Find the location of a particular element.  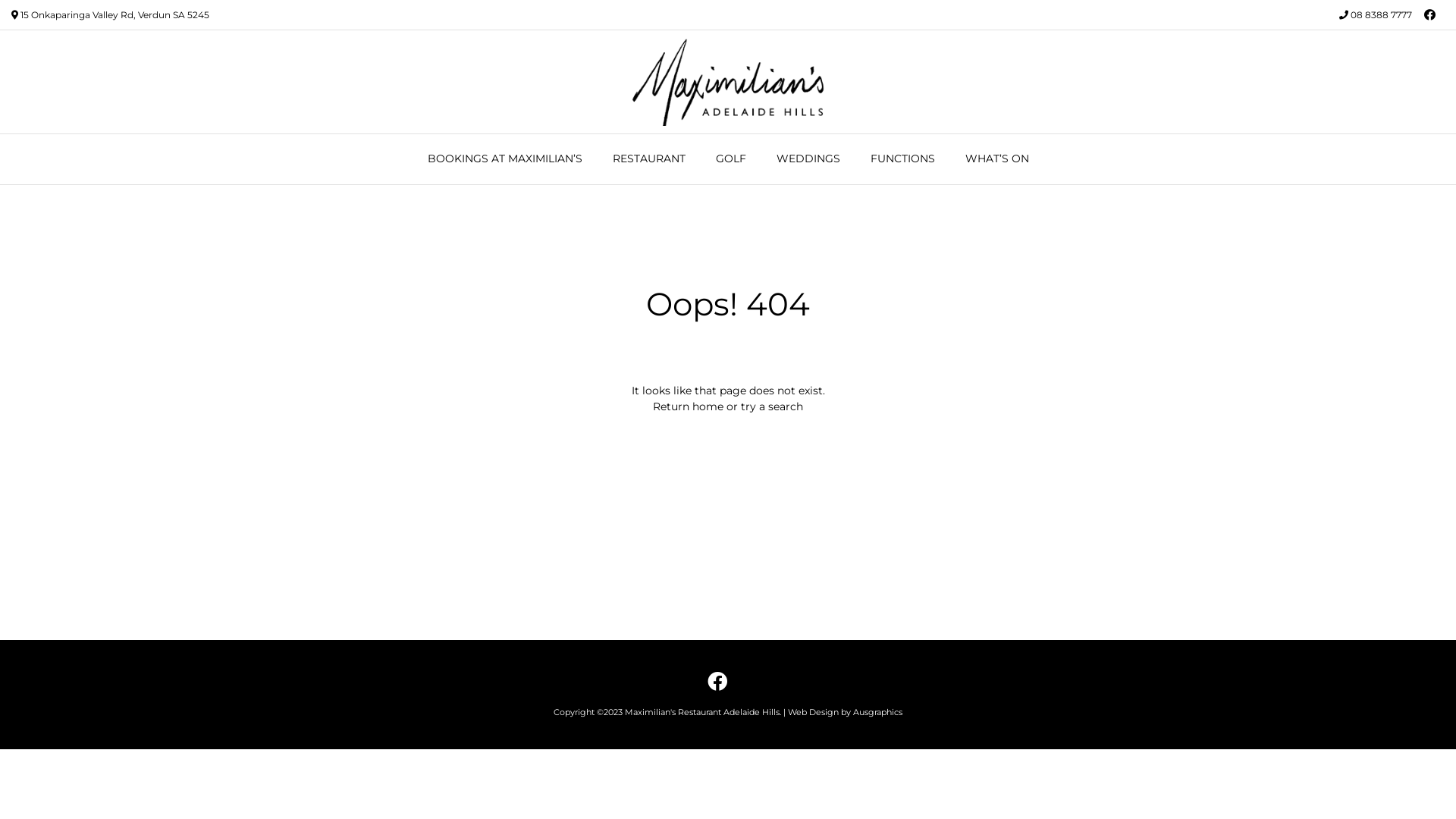

'WEDDINGS' is located at coordinates (807, 158).